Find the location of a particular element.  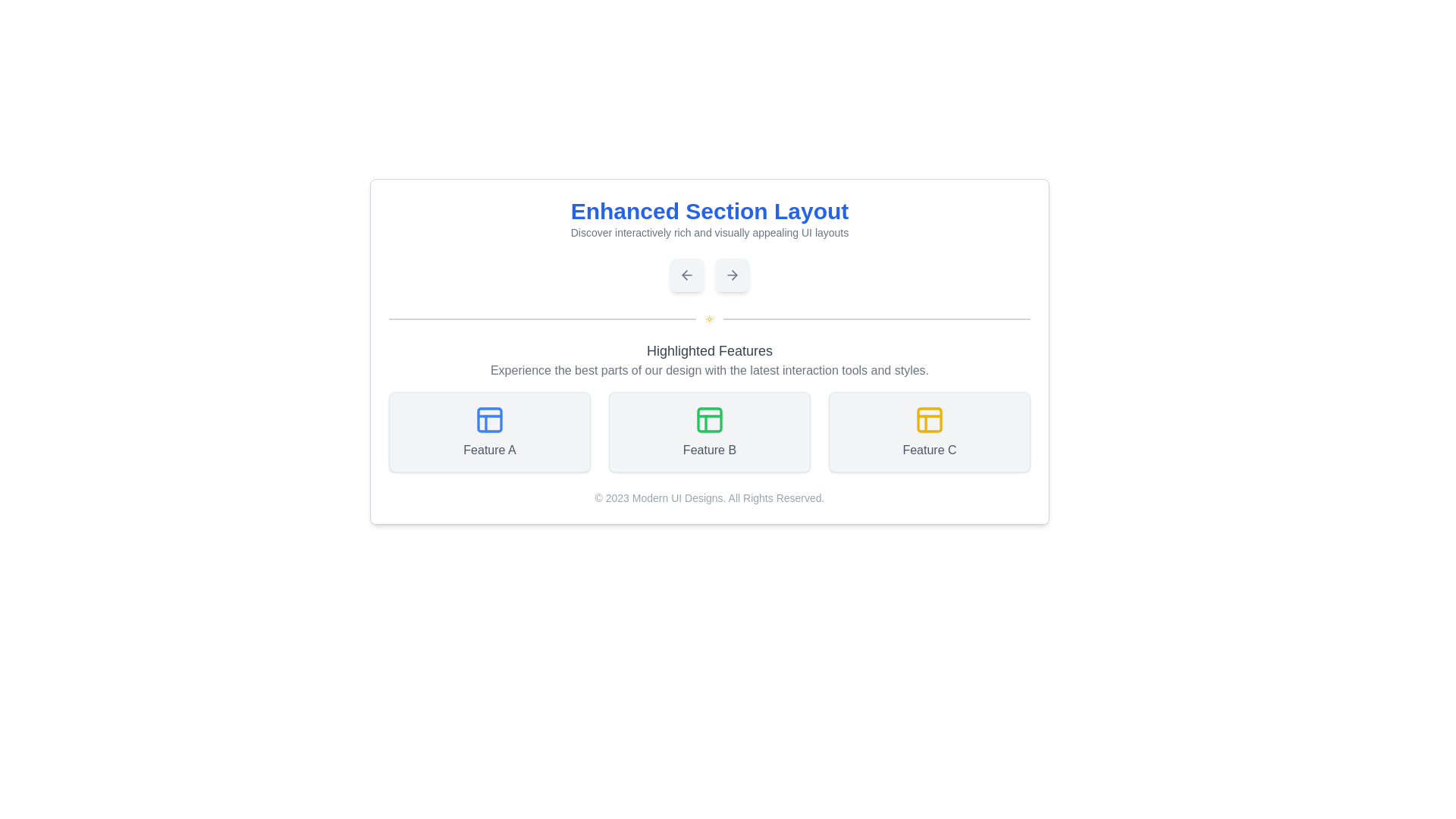

the text element styled in gray that reads 'Experience the best parts of our design with the latest interaction tools and styles.', located below the title 'Highlighted Features' is located at coordinates (709, 371).